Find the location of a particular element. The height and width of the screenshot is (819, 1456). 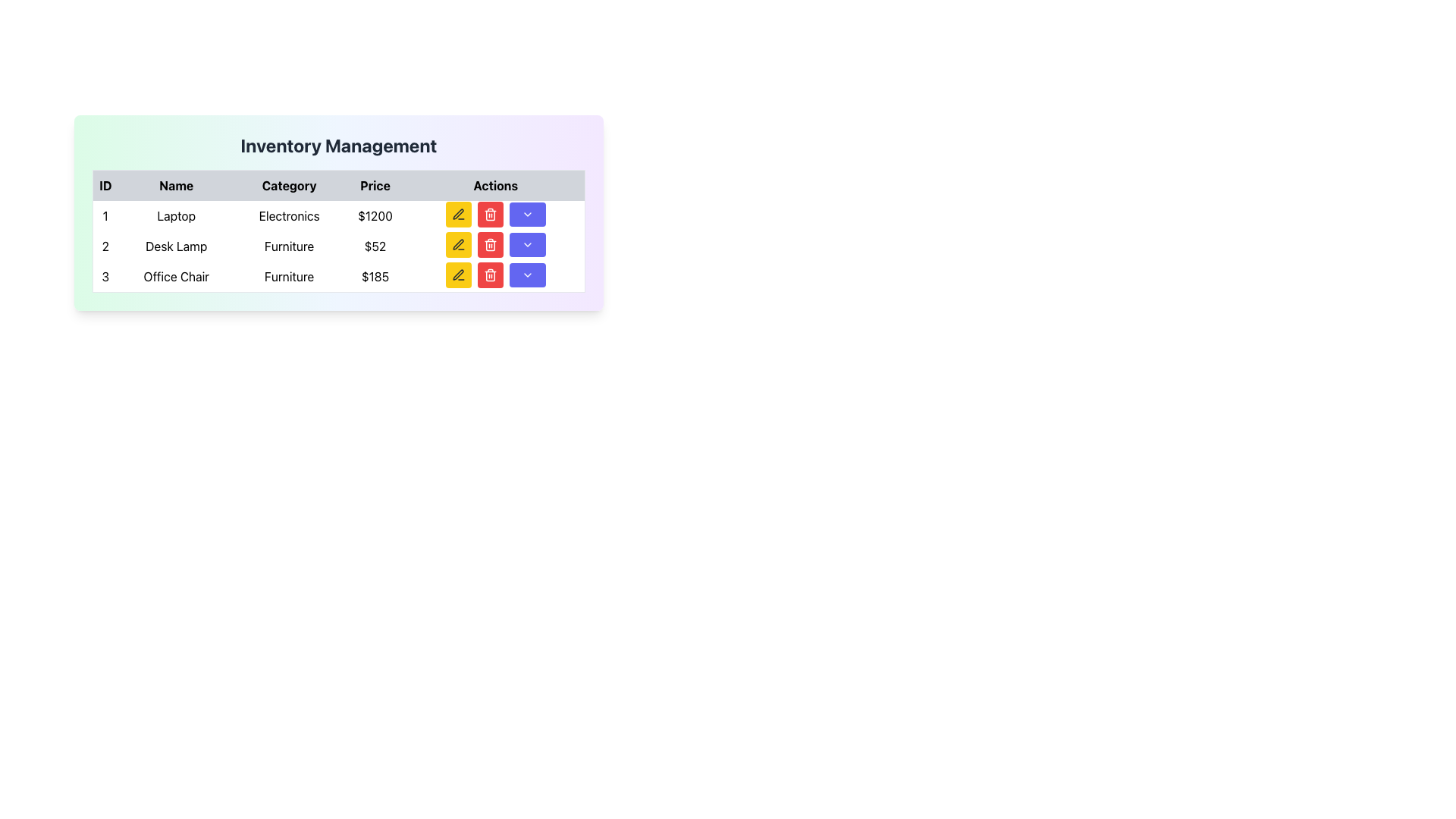

the text element that displays the unique identifier for the second row and first column of the table related to 'Desk Lamp' is located at coordinates (105, 245).